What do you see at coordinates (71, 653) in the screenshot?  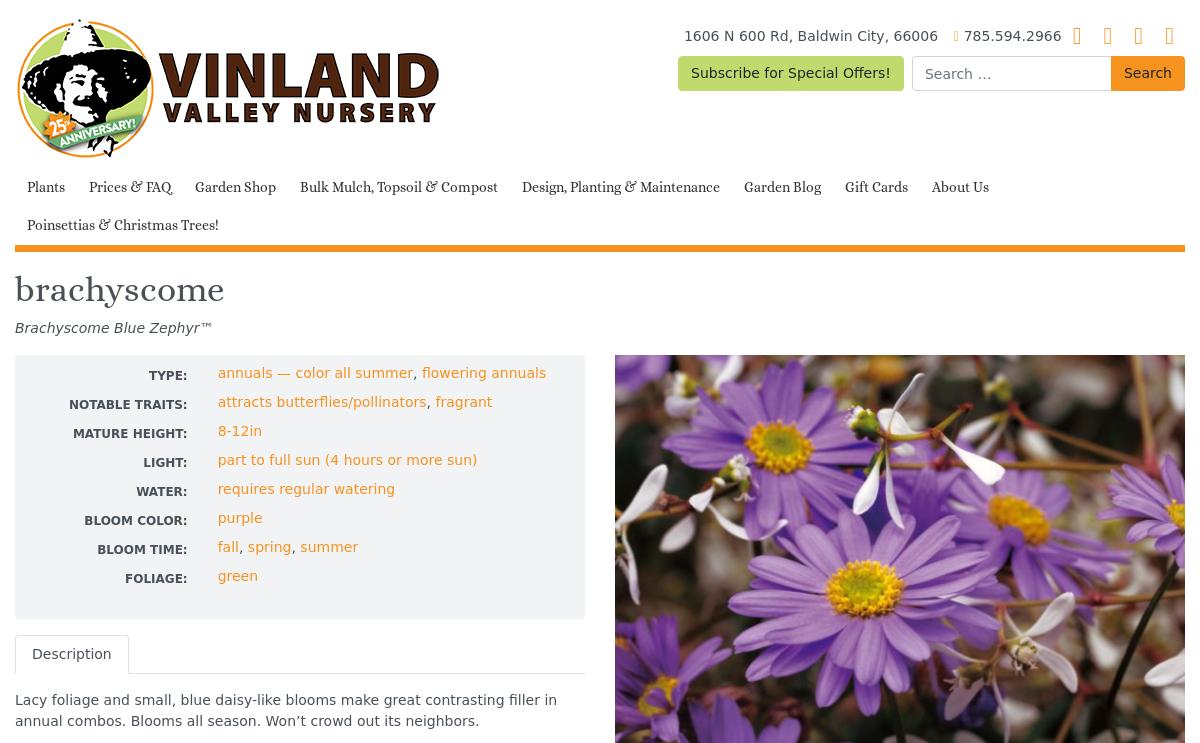 I see `'Description'` at bounding box center [71, 653].